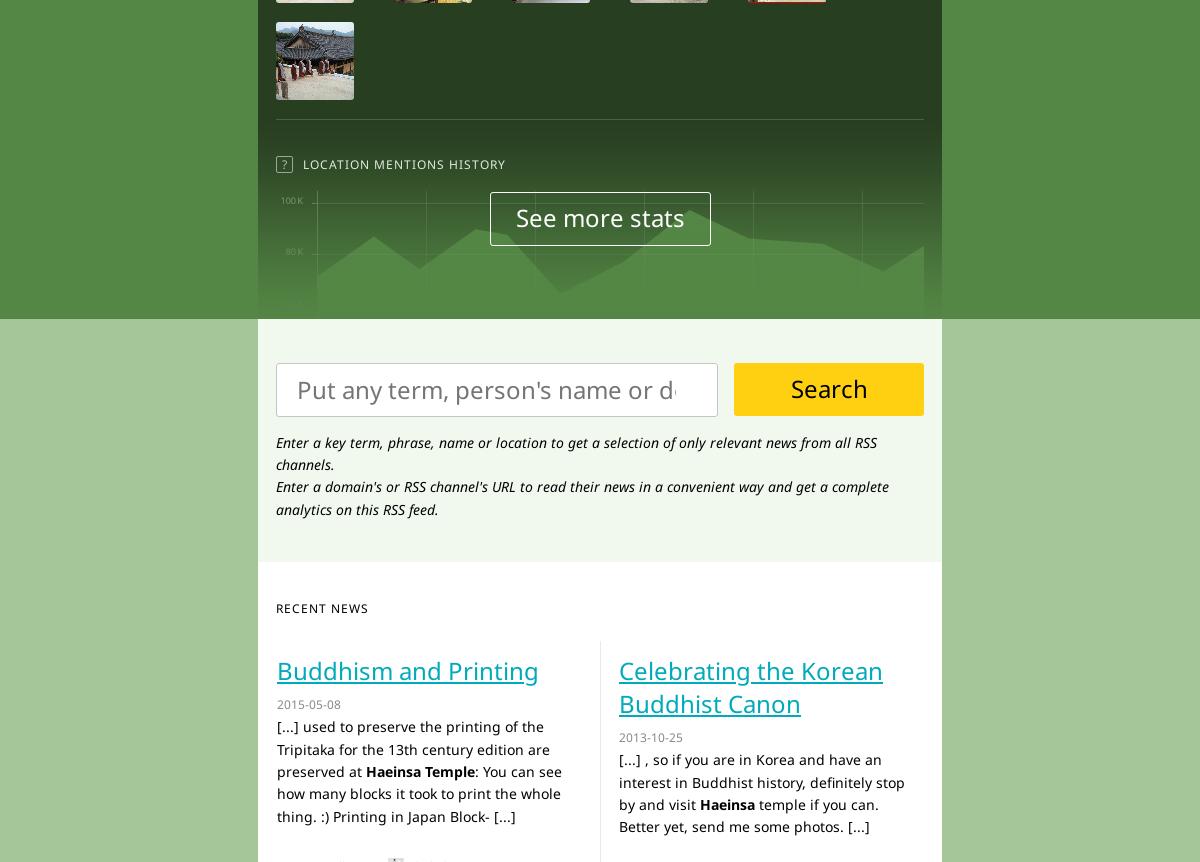 This screenshot has width=1200, height=862. I want to click on '[...] used to preserve the printing of the Tripitaka for the 13th century edition are preserved at', so click(413, 748).